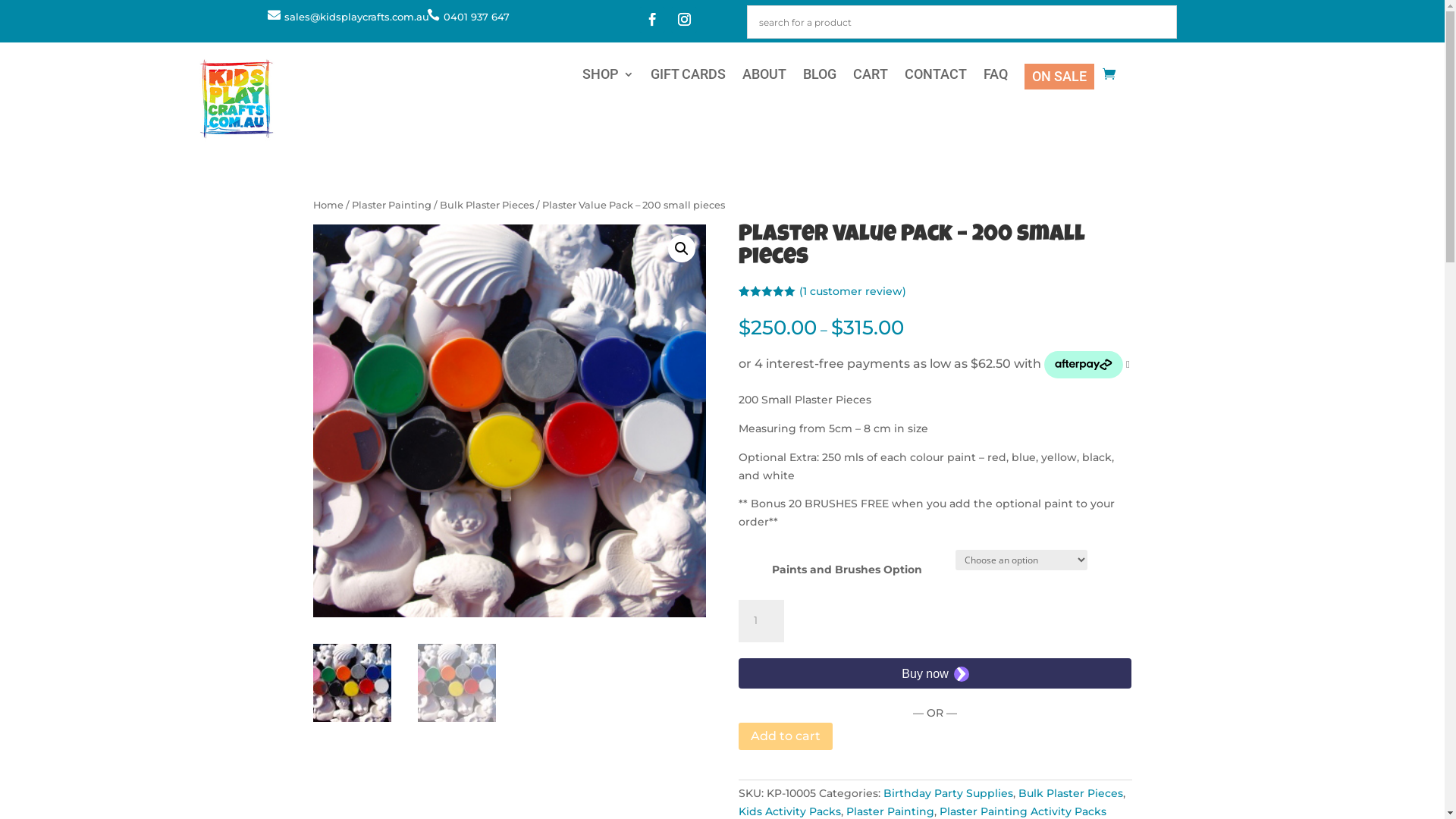 The width and height of the screenshot is (1456, 819). Describe the element at coordinates (651, 20) in the screenshot. I see `'Follow on Facebook'` at that location.